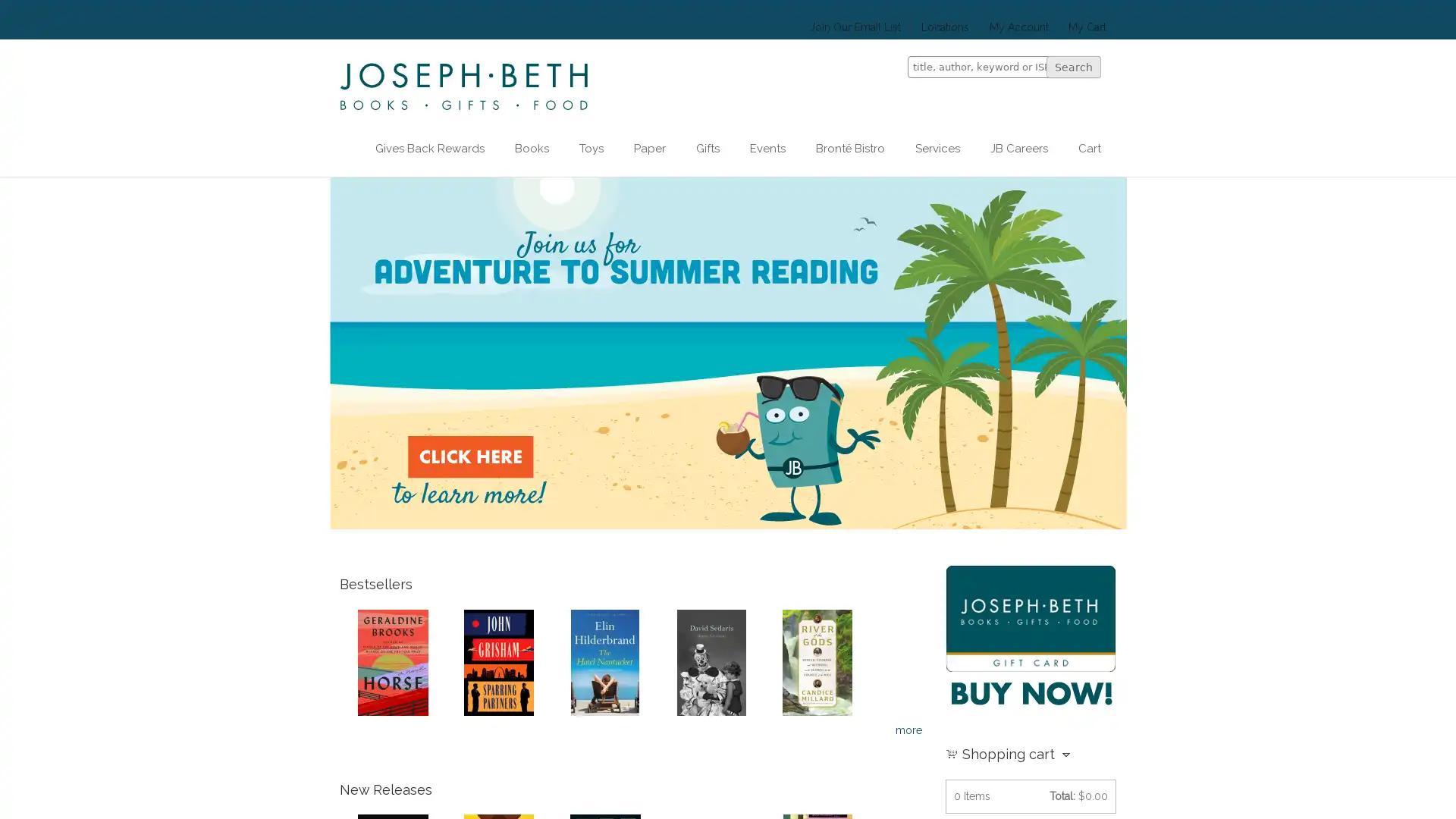 The height and width of the screenshot is (819, 1456). I want to click on Search, so click(1073, 66).